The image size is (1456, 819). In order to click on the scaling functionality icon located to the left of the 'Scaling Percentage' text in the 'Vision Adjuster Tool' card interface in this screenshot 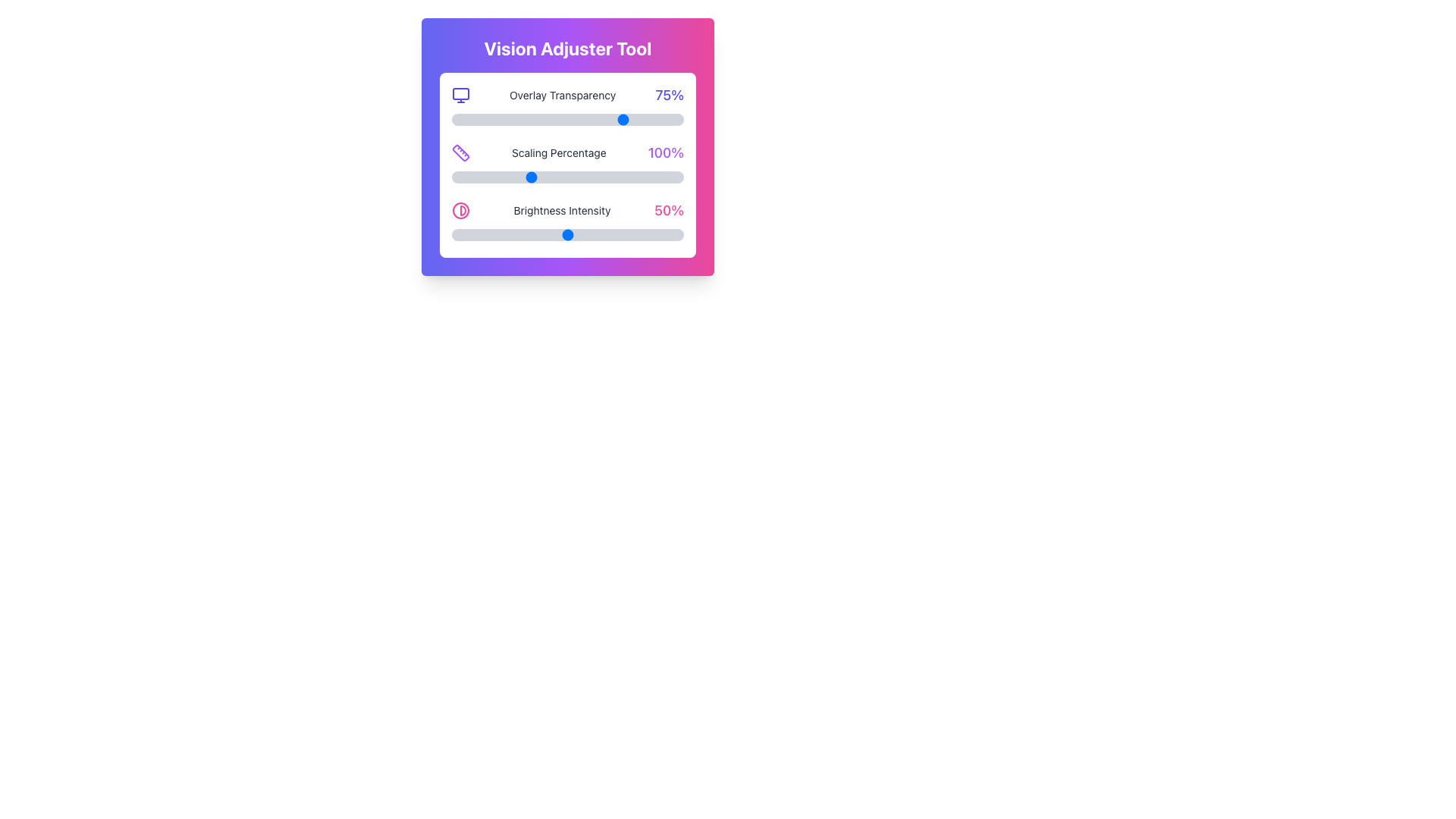, I will do `click(460, 152)`.